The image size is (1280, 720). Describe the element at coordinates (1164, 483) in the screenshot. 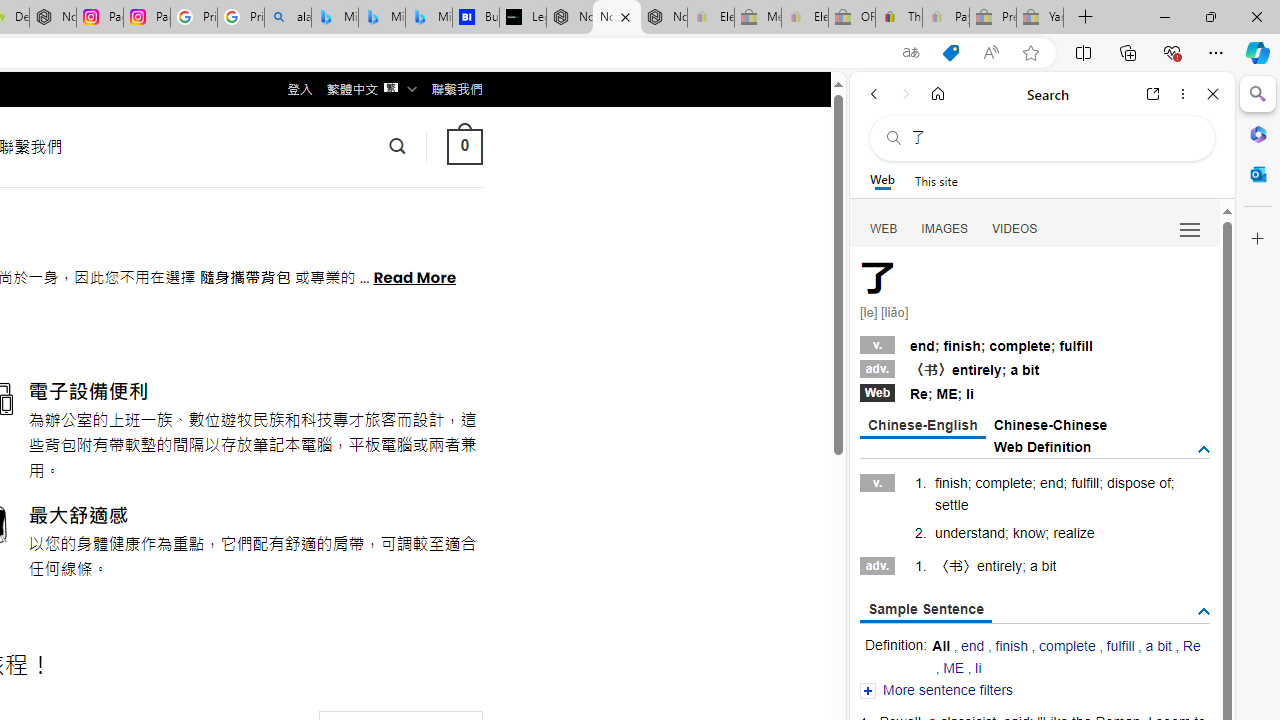

I see `'of'` at that location.